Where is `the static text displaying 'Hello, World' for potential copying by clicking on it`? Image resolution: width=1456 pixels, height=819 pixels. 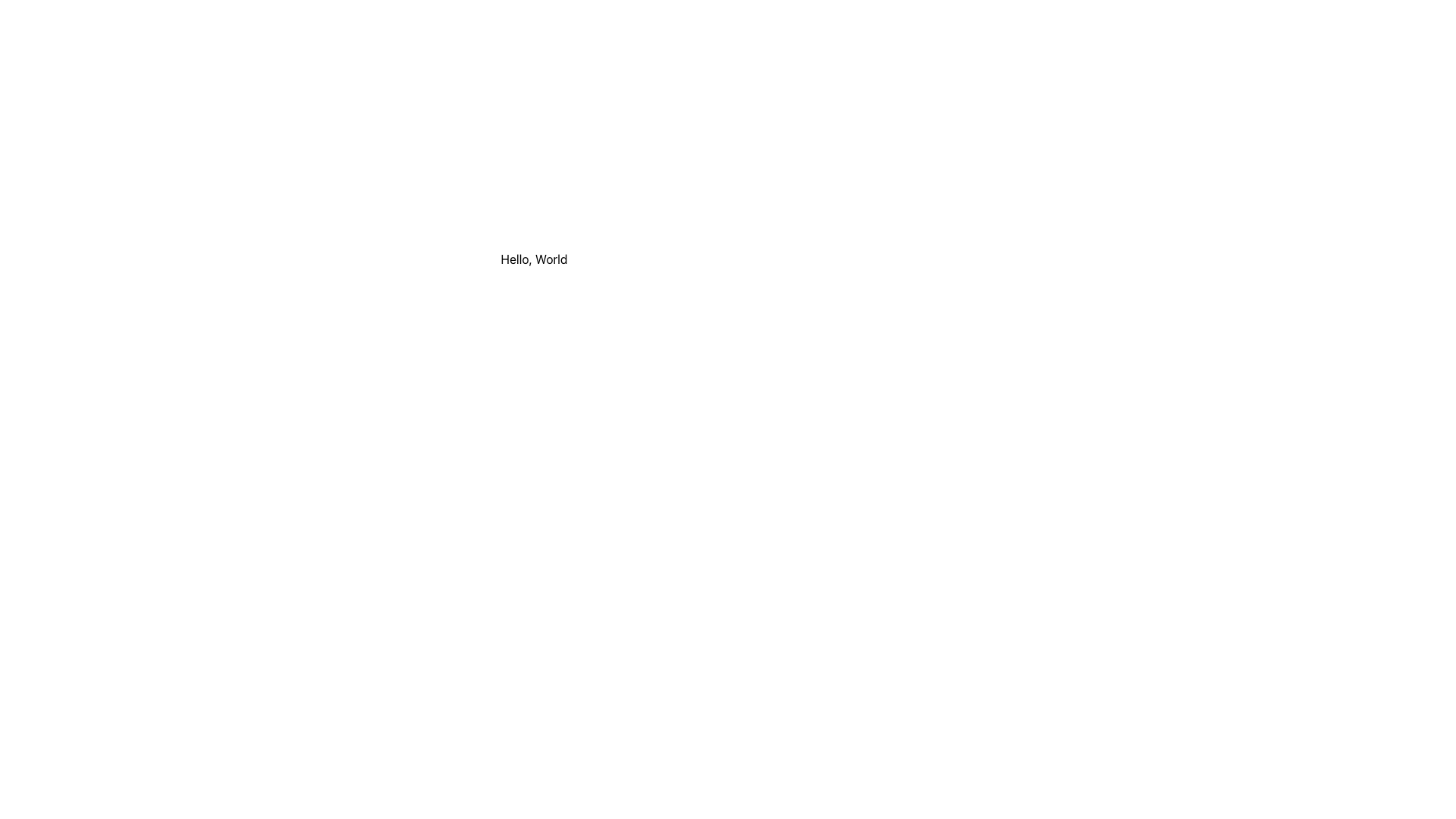 the static text displaying 'Hello, World' for potential copying by clicking on it is located at coordinates (534, 259).